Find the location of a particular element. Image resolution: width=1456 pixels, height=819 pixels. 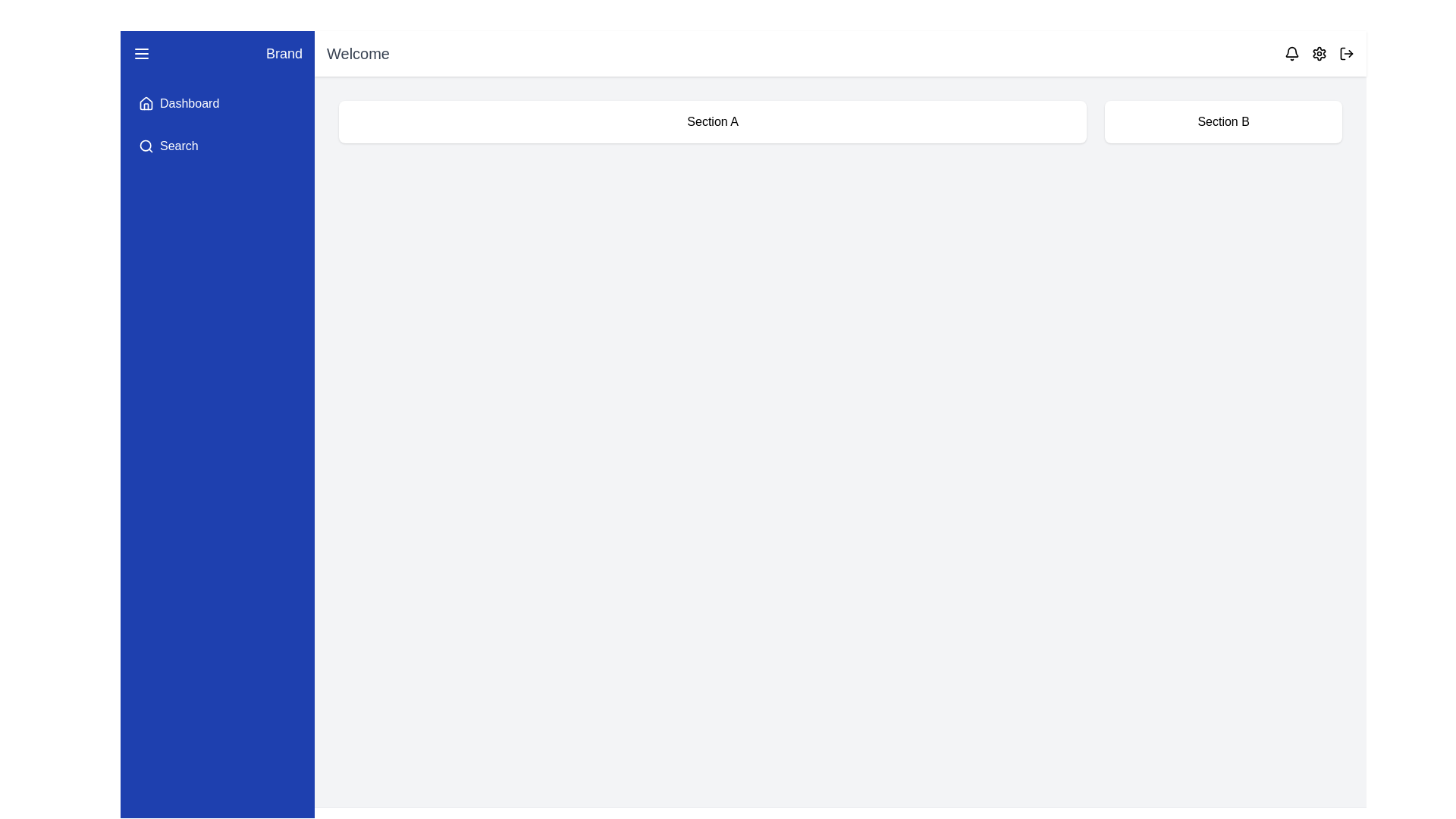

the logout icon button located in the upper right corner of the interface is located at coordinates (1347, 52).